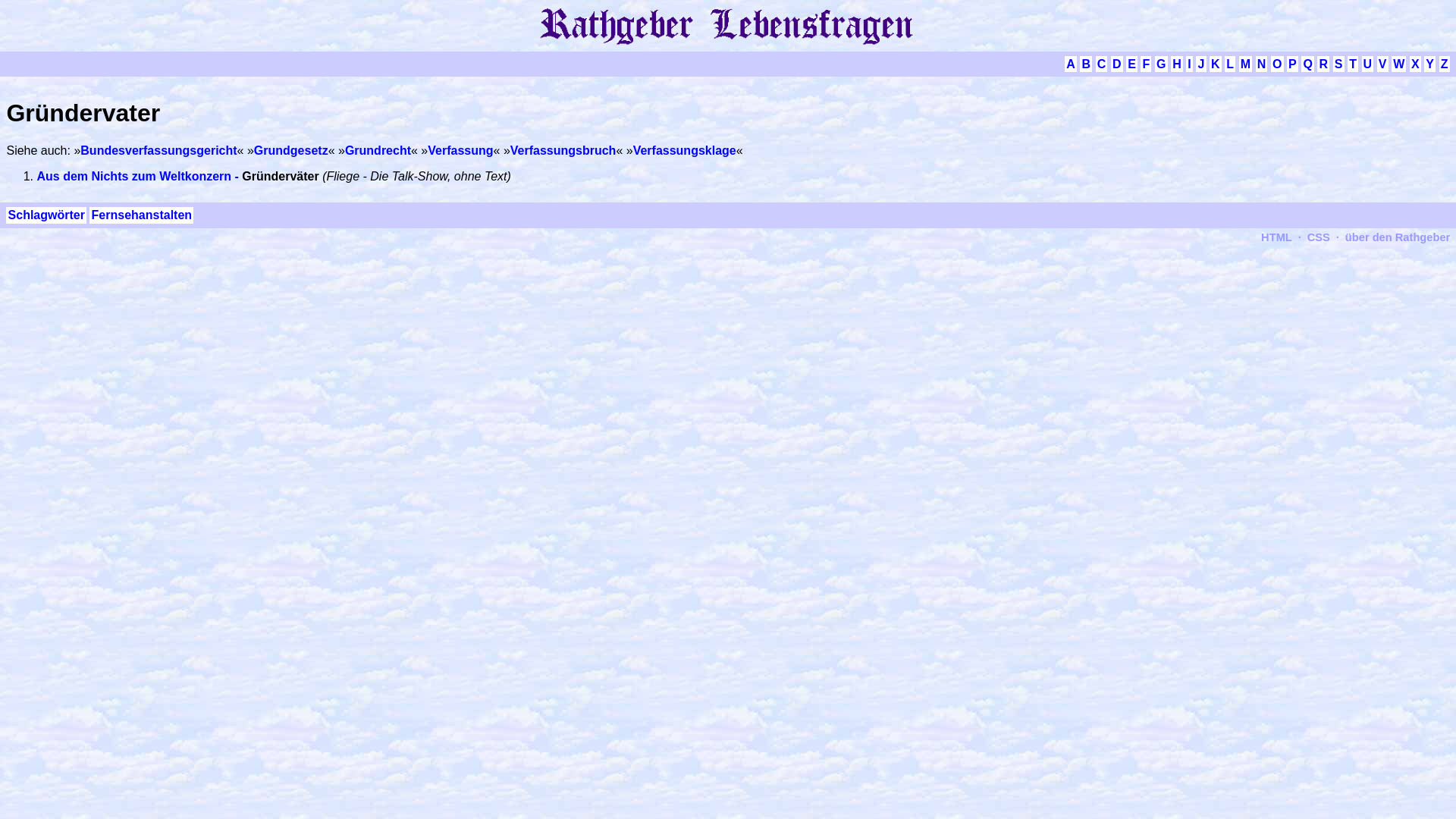 The width and height of the screenshot is (1456, 819). I want to click on 'L', so click(1230, 63).